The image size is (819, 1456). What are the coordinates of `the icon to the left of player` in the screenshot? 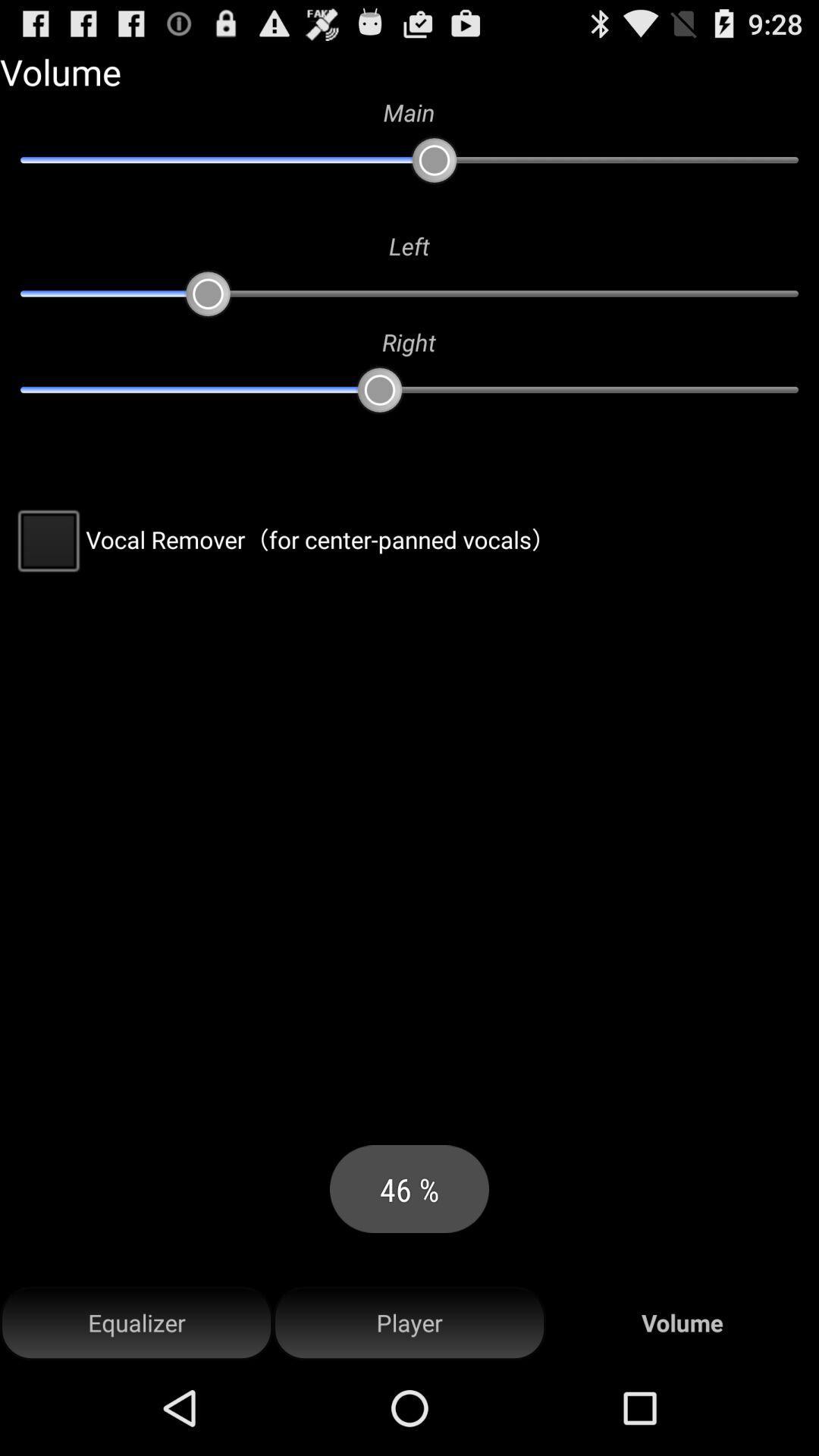 It's located at (136, 1323).